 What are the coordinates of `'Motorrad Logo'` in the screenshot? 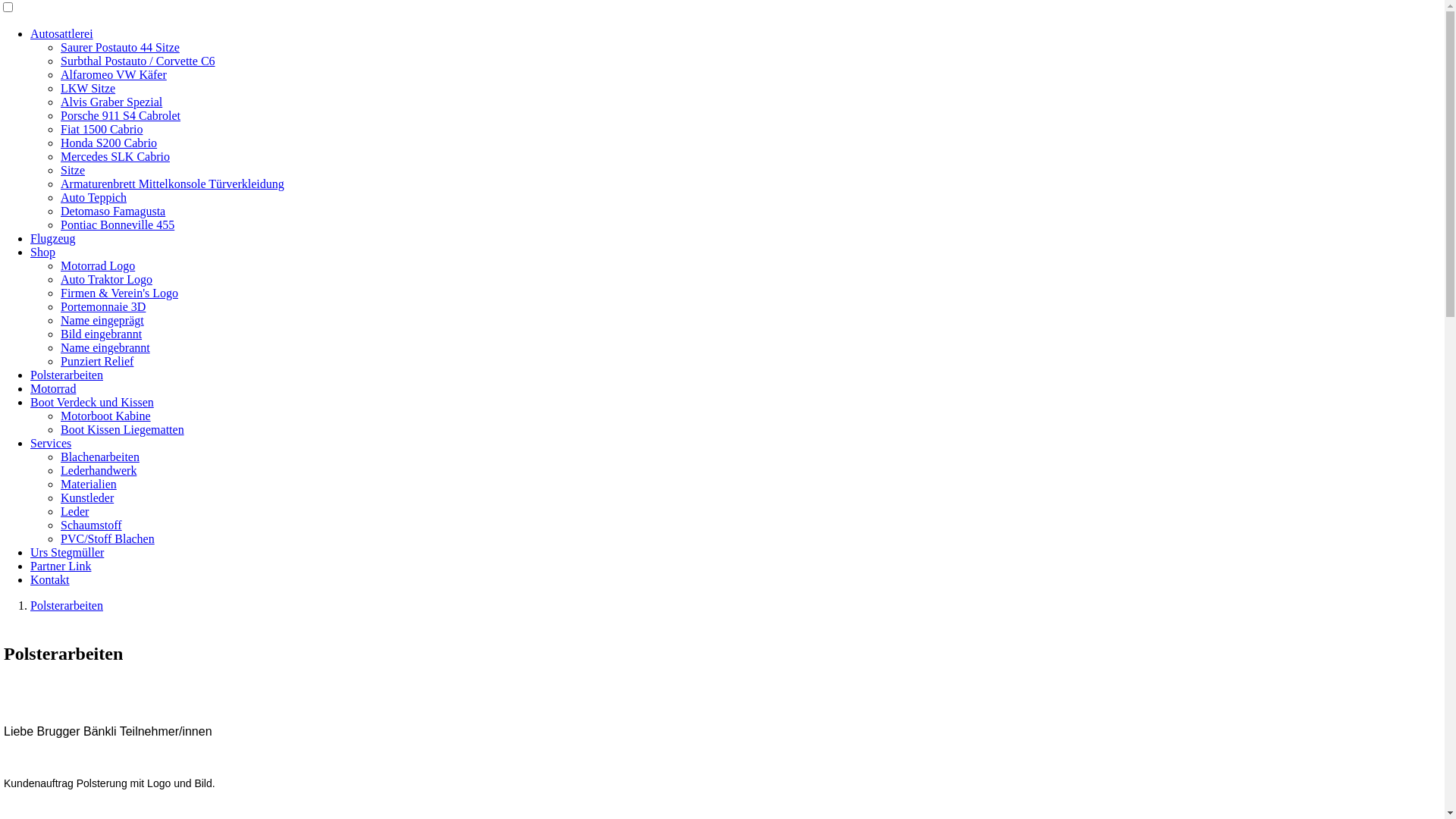 It's located at (97, 265).